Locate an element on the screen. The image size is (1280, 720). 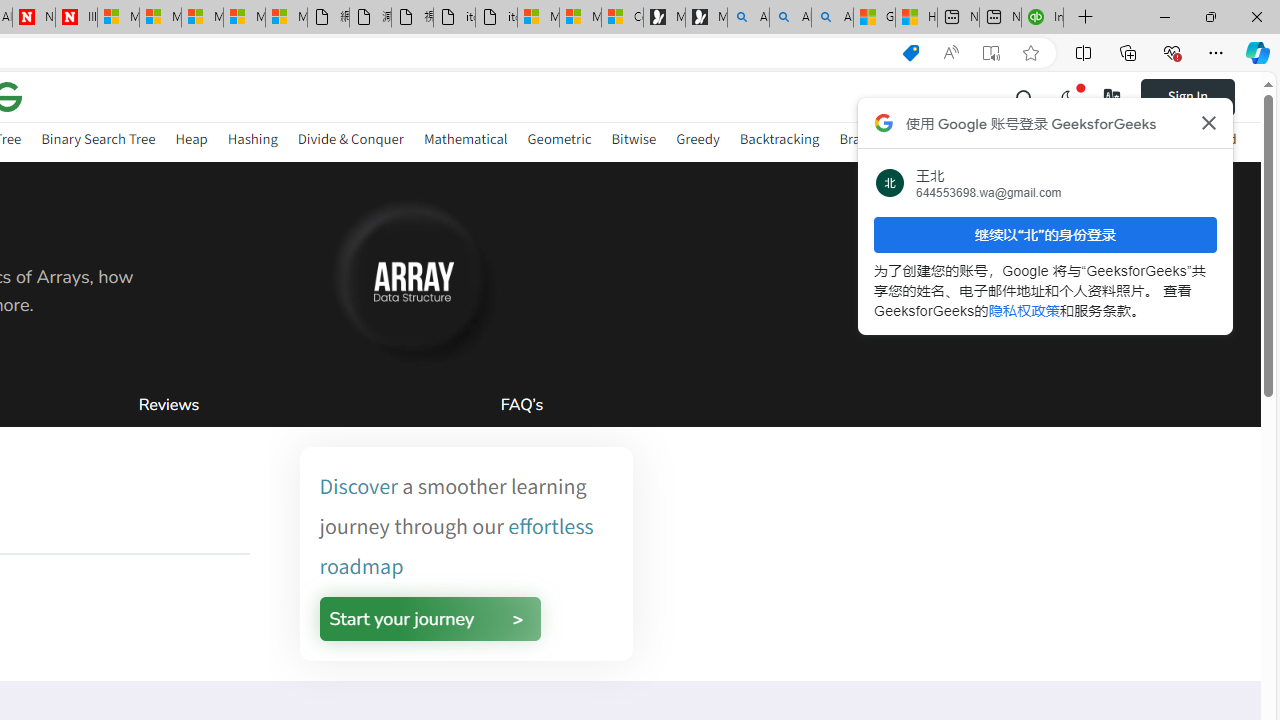
'Heap' is located at coordinates (191, 141).